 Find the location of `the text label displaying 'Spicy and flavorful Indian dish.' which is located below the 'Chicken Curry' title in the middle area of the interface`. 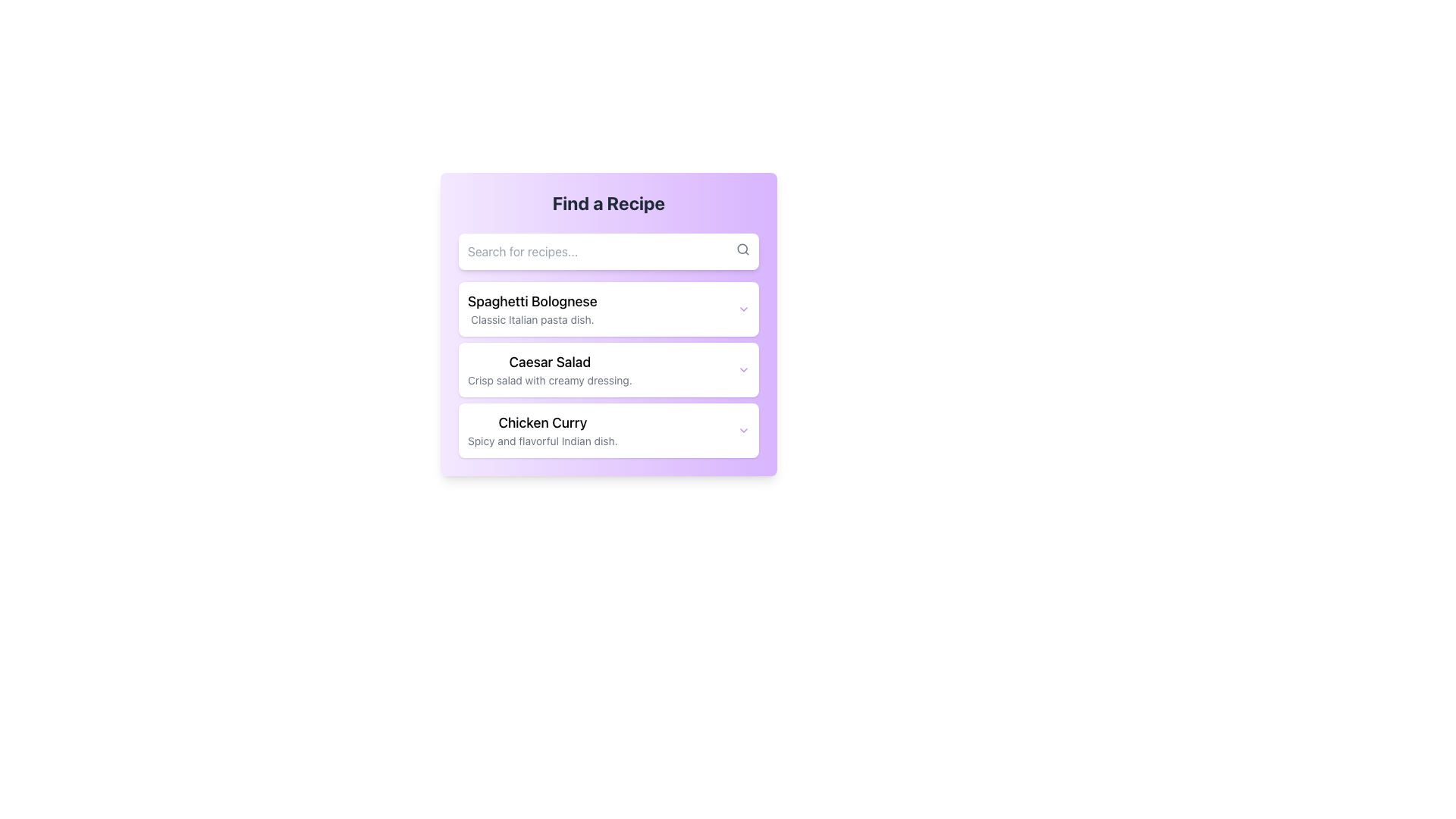

the text label displaying 'Spicy and flavorful Indian dish.' which is located below the 'Chicken Curry' title in the middle area of the interface is located at coordinates (542, 441).